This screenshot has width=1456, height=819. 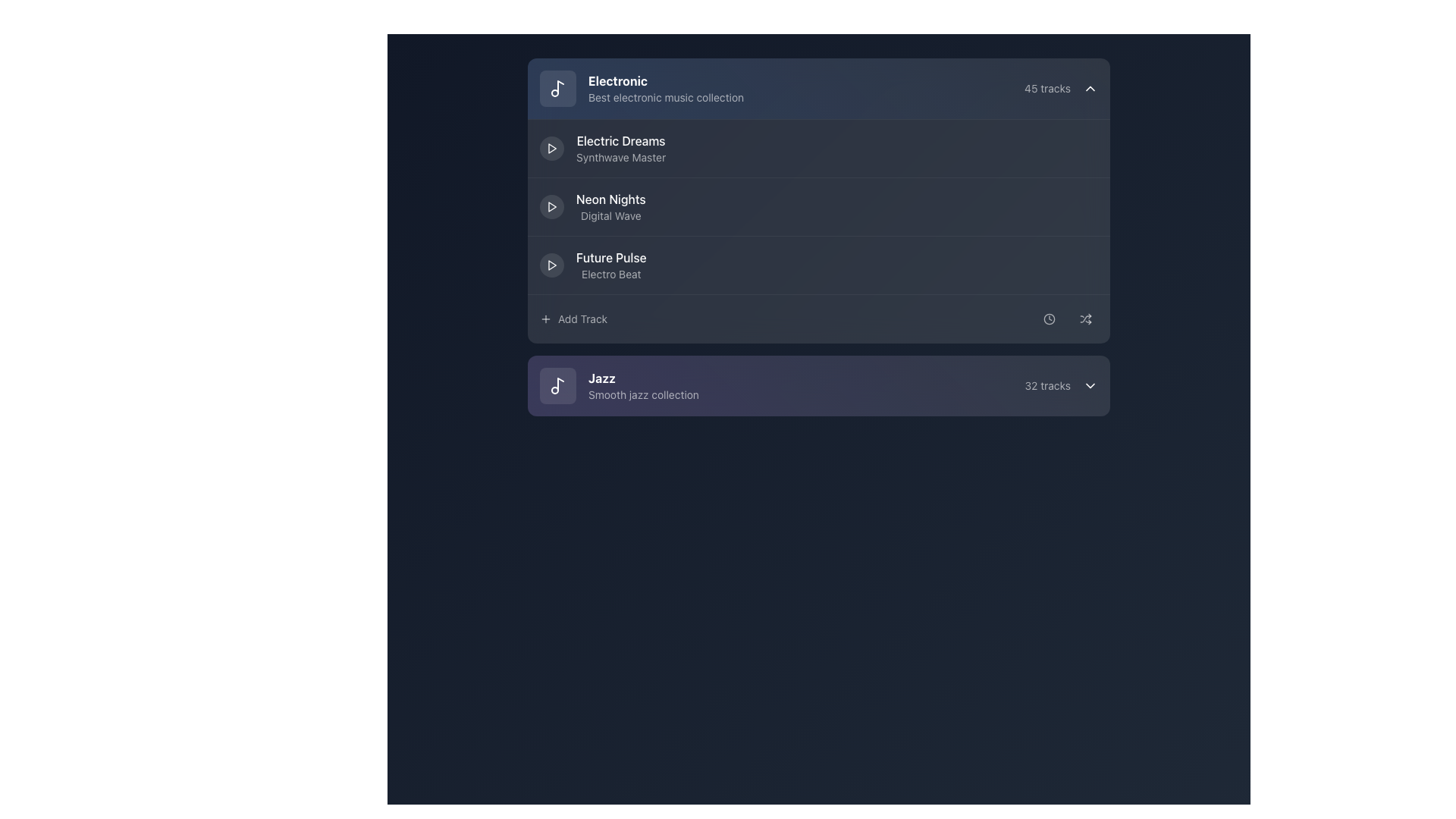 What do you see at coordinates (1048, 318) in the screenshot?
I see `the primary circle of the SVG representation of the clock icon, which is part of the graphical decoration in the 'Electronic' collection group` at bounding box center [1048, 318].